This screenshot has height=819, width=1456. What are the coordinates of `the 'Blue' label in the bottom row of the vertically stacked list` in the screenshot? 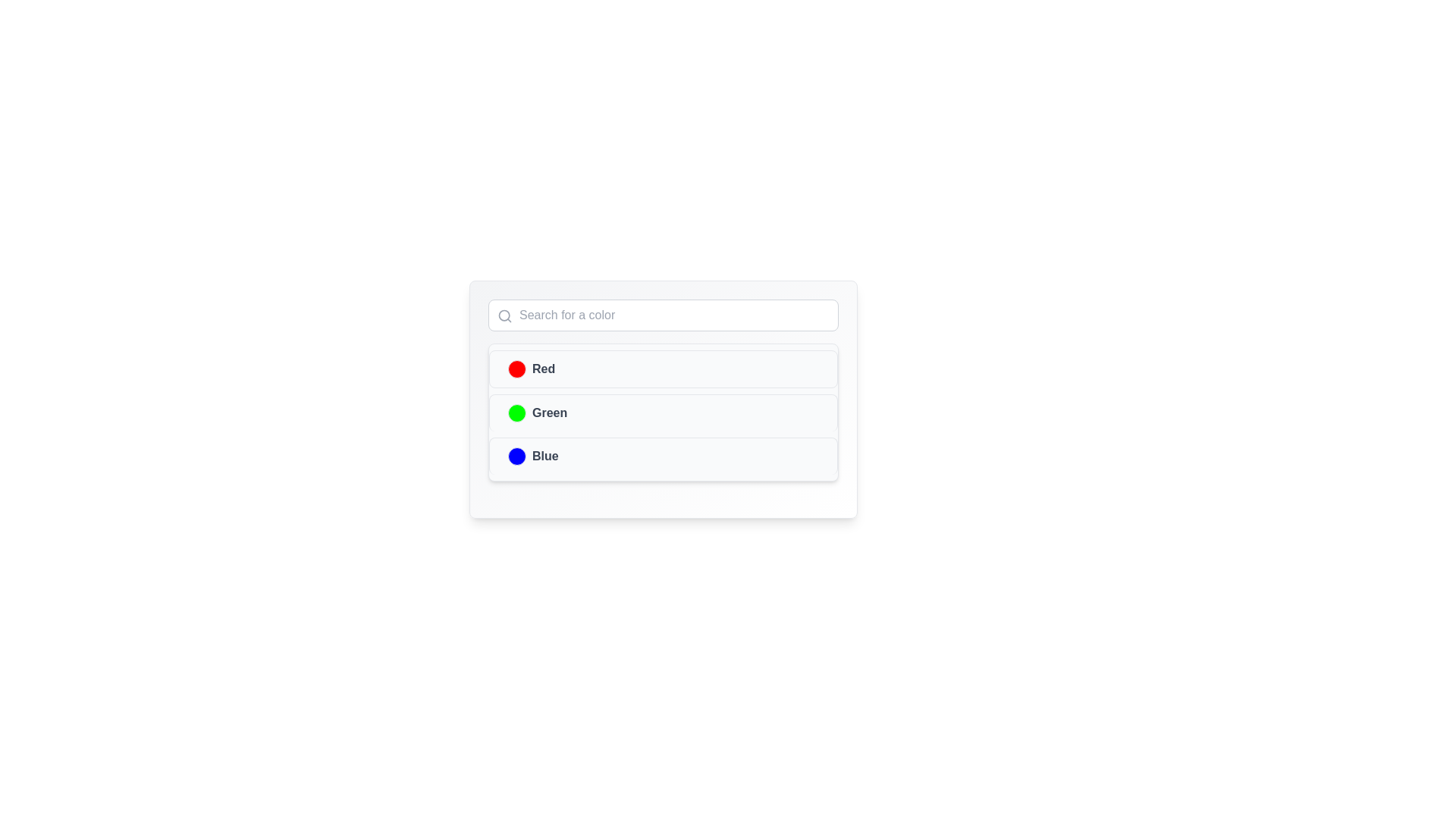 It's located at (533, 455).